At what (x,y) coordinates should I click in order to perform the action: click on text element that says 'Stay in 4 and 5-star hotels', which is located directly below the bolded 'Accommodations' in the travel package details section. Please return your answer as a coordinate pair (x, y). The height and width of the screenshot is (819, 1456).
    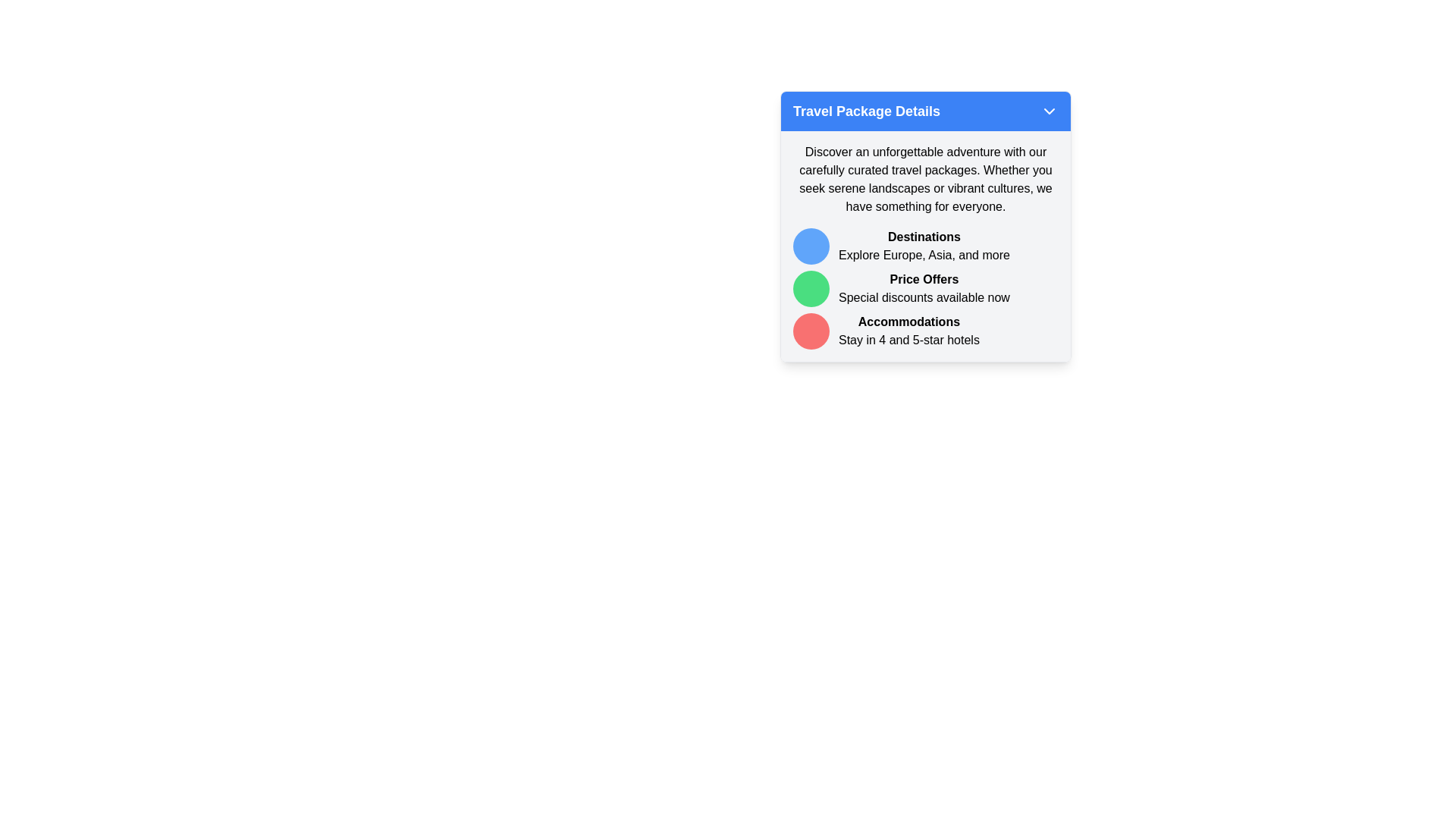
    Looking at the image, I should click on (909, 339).